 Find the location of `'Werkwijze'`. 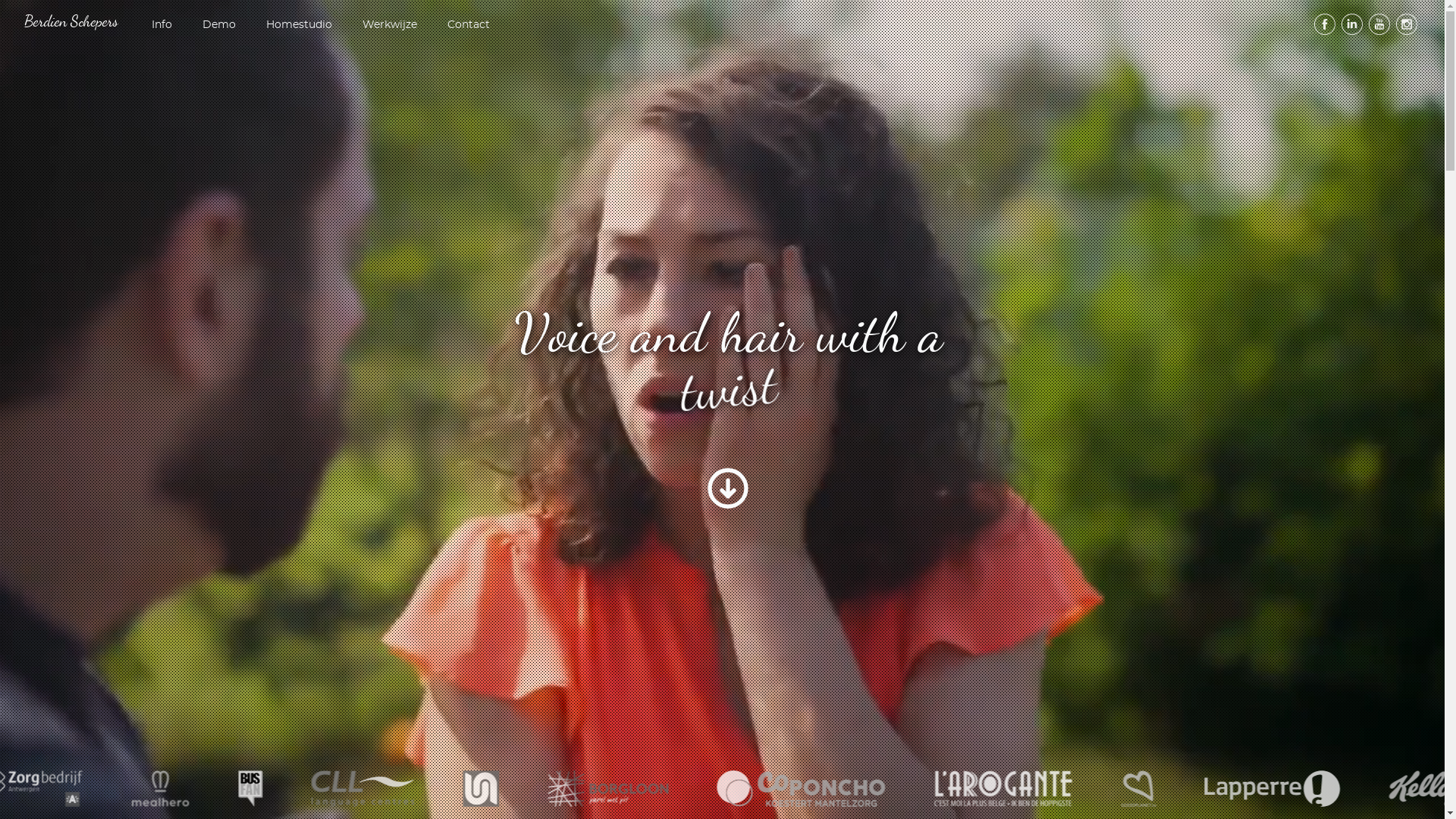

'Werkwijze' is located at coordinates (389, 24).